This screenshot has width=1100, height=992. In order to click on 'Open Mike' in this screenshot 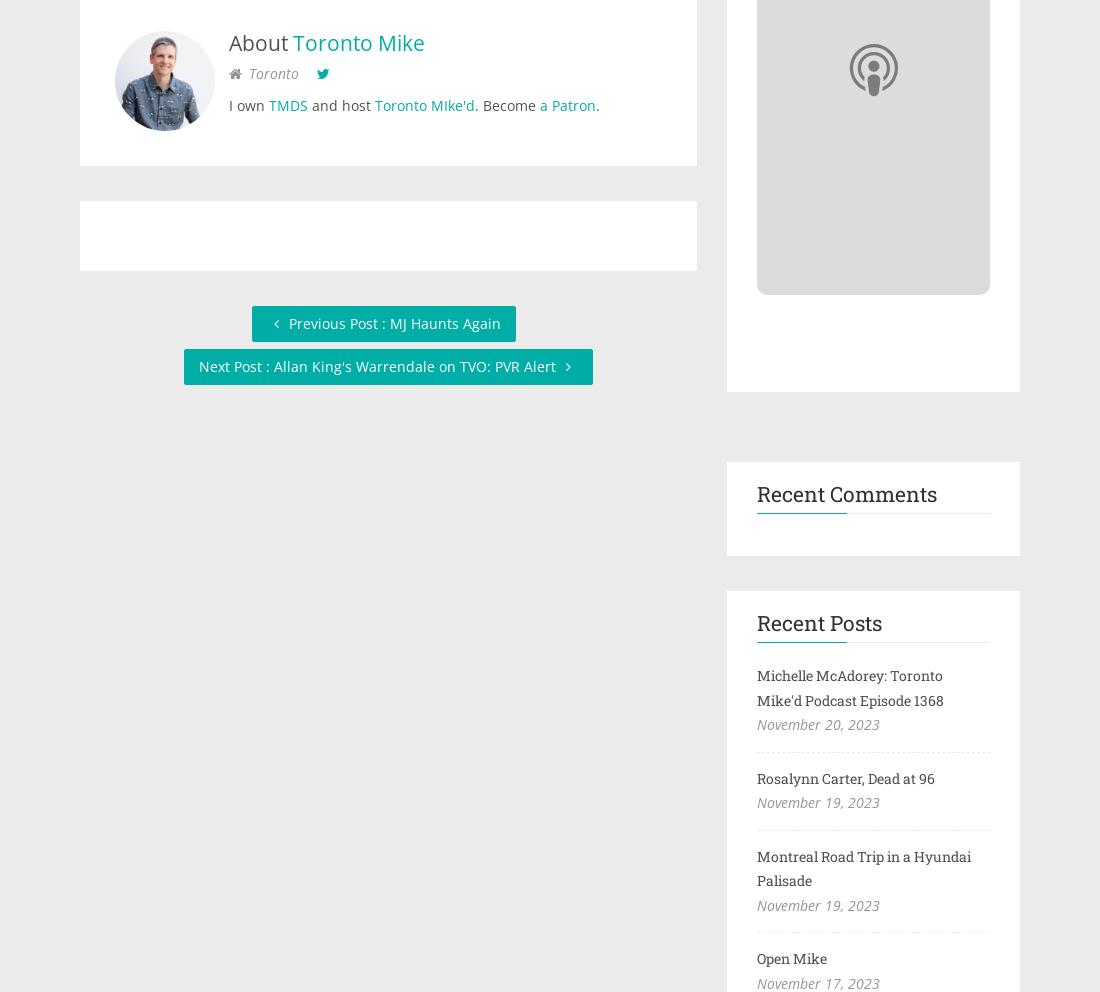, I will do `click(791, 958)`.